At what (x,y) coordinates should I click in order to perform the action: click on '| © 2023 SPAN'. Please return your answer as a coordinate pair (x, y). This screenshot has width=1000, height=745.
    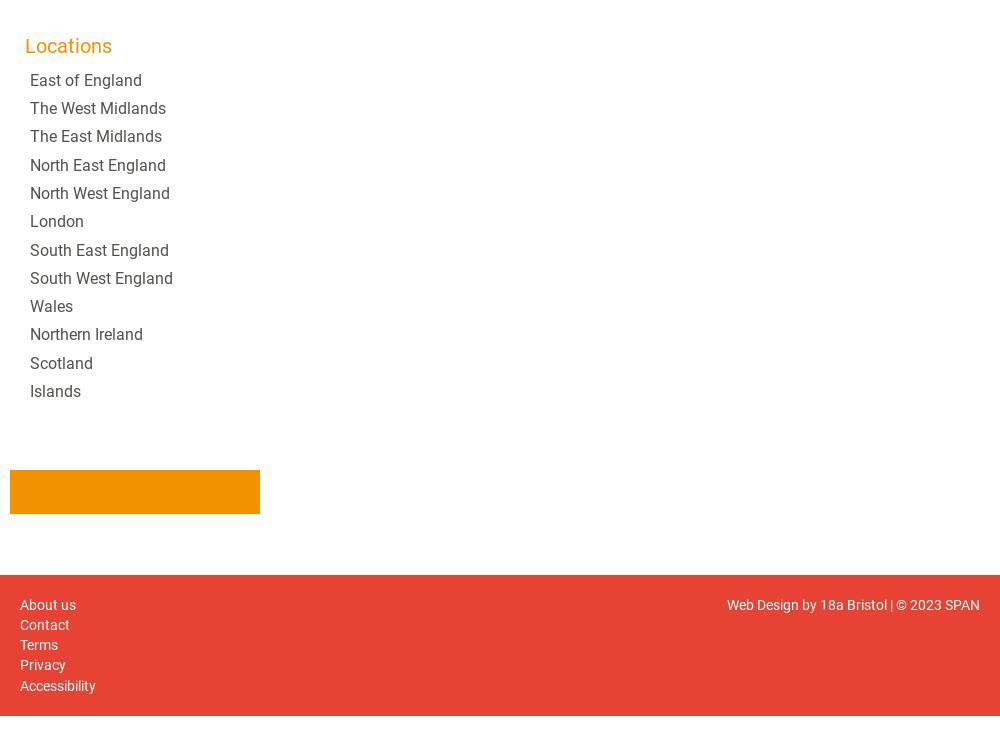
    Looking at the image, I should click on (933, 602).